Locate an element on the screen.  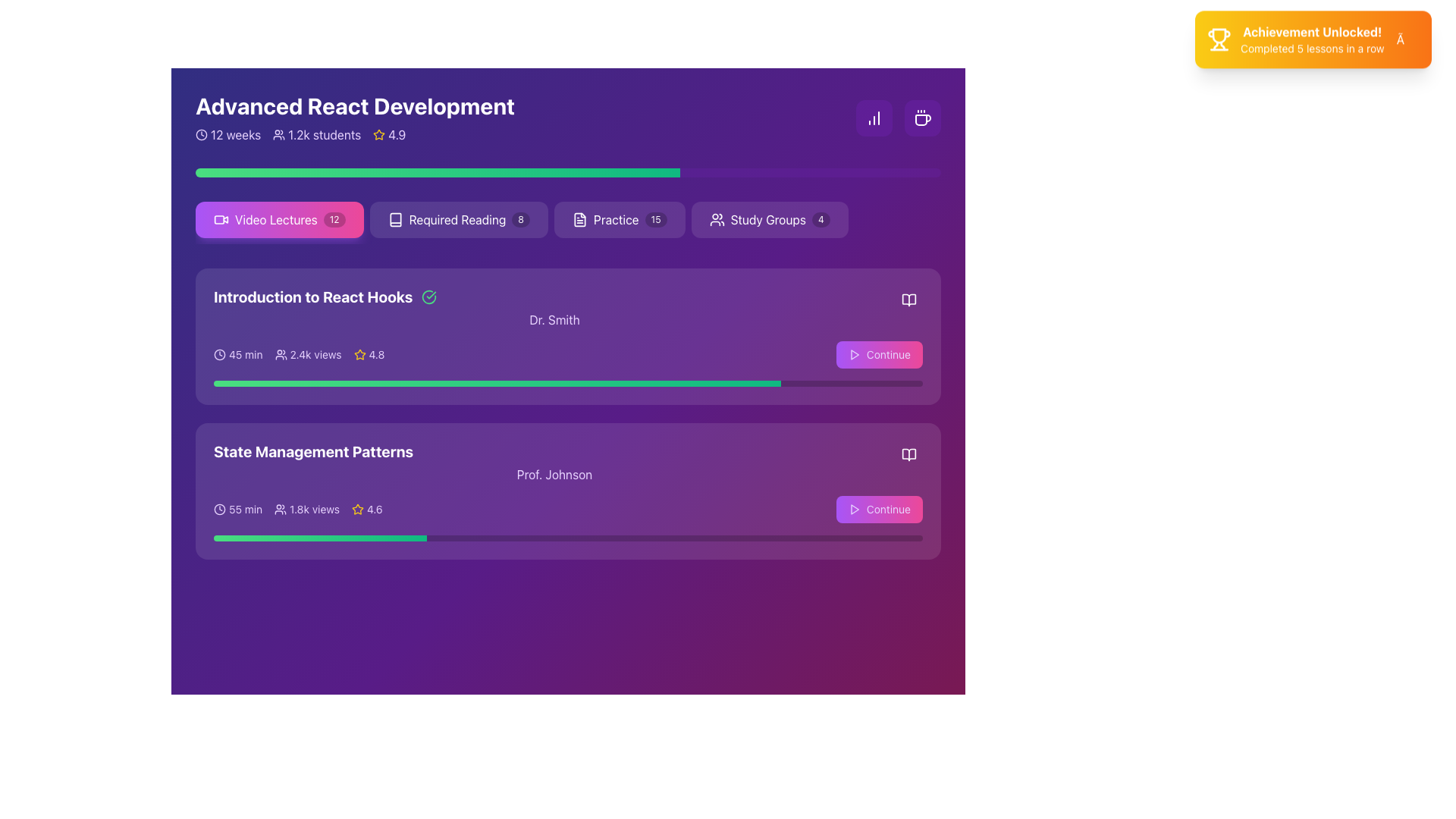
the reading material icon located at the top-right of the 'Introduction to React Hooks' card is located at coordinates (909, 300).